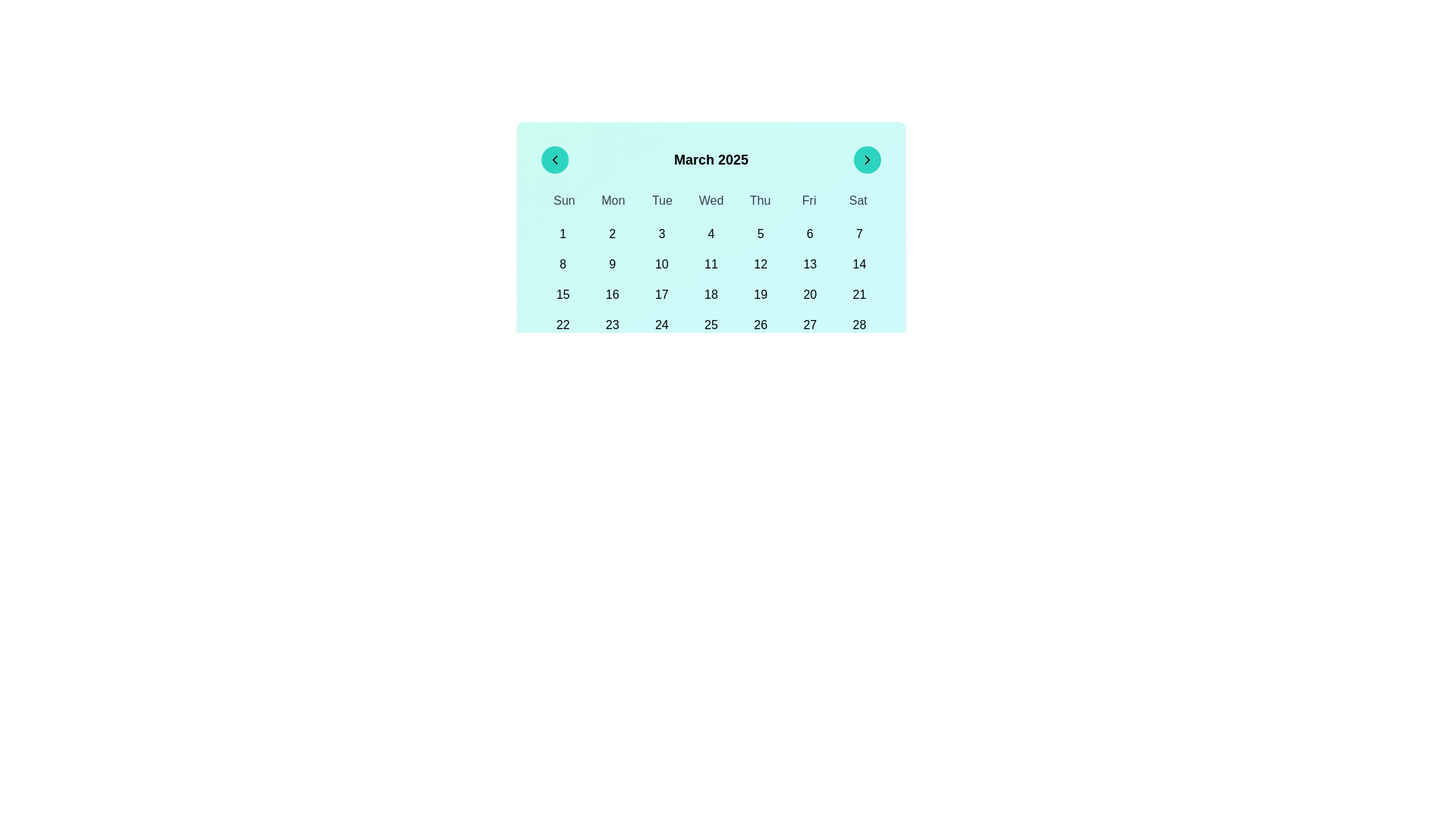  Describe the element at coordinates (562, 324) in the screenshot. I see `the calendar day cell displaying the number '22' in the fourth row and first column of the calendar grid to observe the light cyan hover effect` at that location.